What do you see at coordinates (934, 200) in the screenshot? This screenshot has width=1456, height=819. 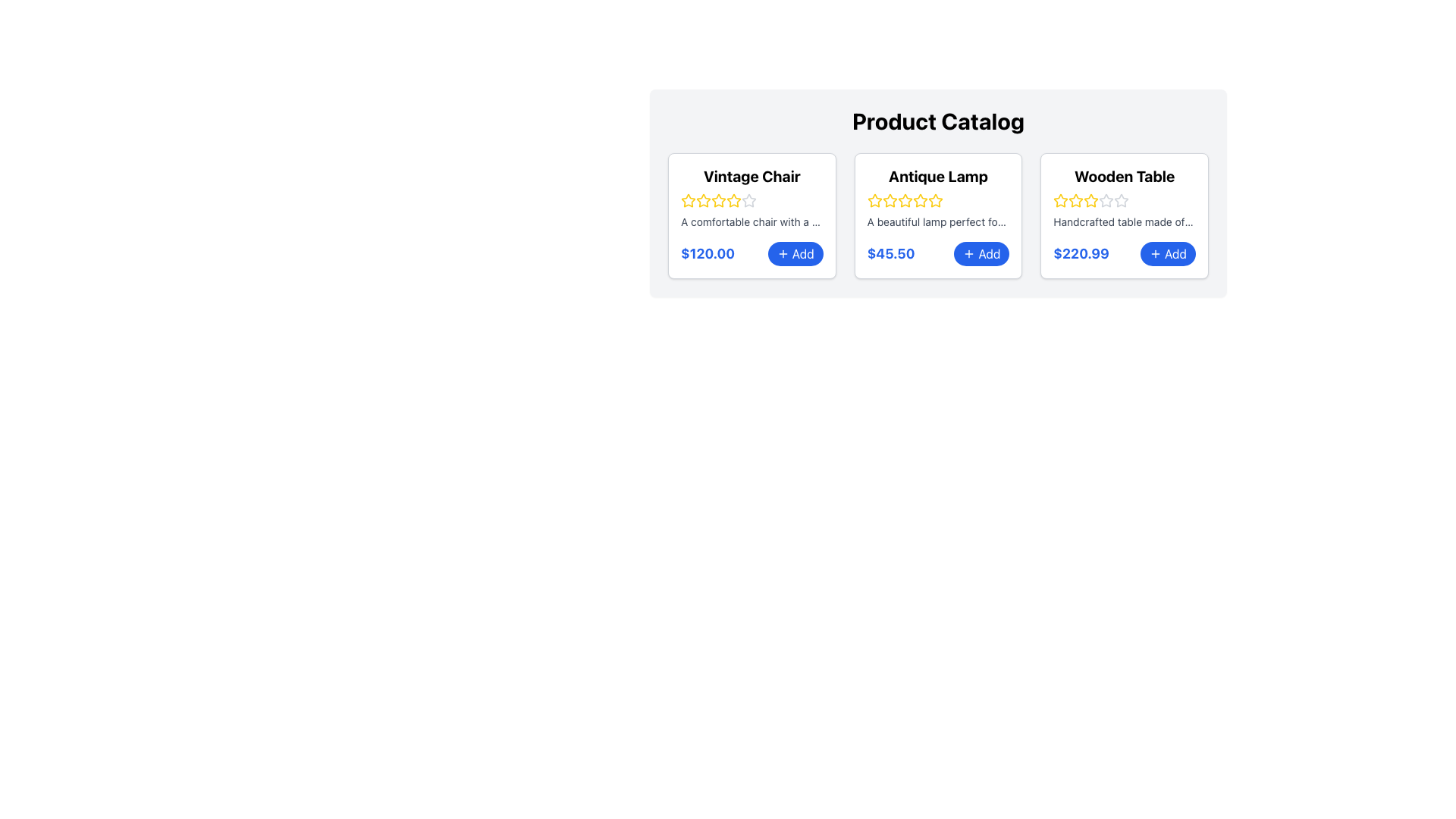 I see `the fourth star icon in the 5-star rating component for the 'Antique Lamp' product` at bounding box center [934, 200].